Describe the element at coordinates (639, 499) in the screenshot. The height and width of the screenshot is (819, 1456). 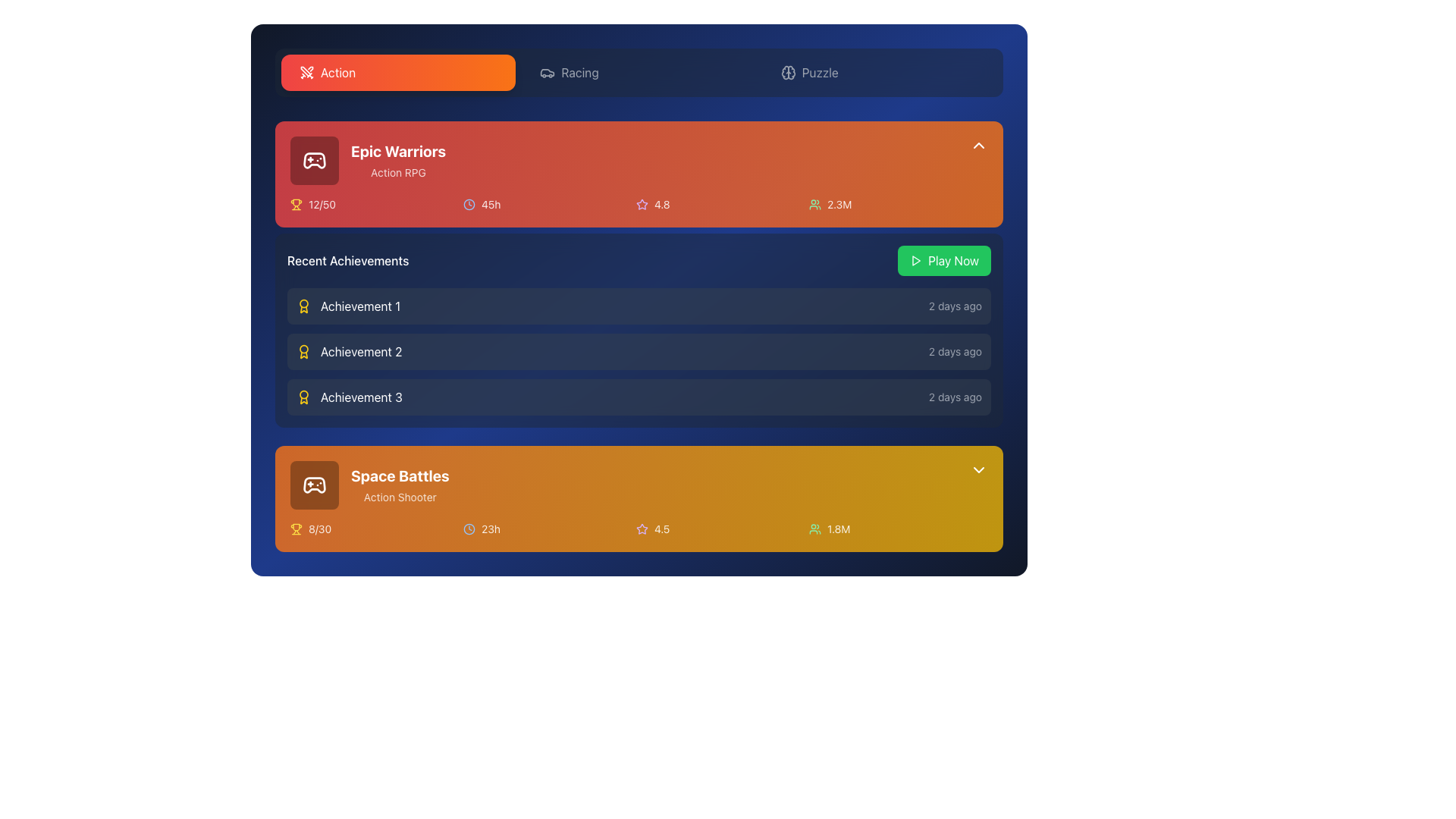
I see `the Information box displaying 'Space Battles', which includes details like 'Action Shooter', '8/30', '23h', '4.5', and '1.8M', located beneath 'Recent Achievements'` at that location.